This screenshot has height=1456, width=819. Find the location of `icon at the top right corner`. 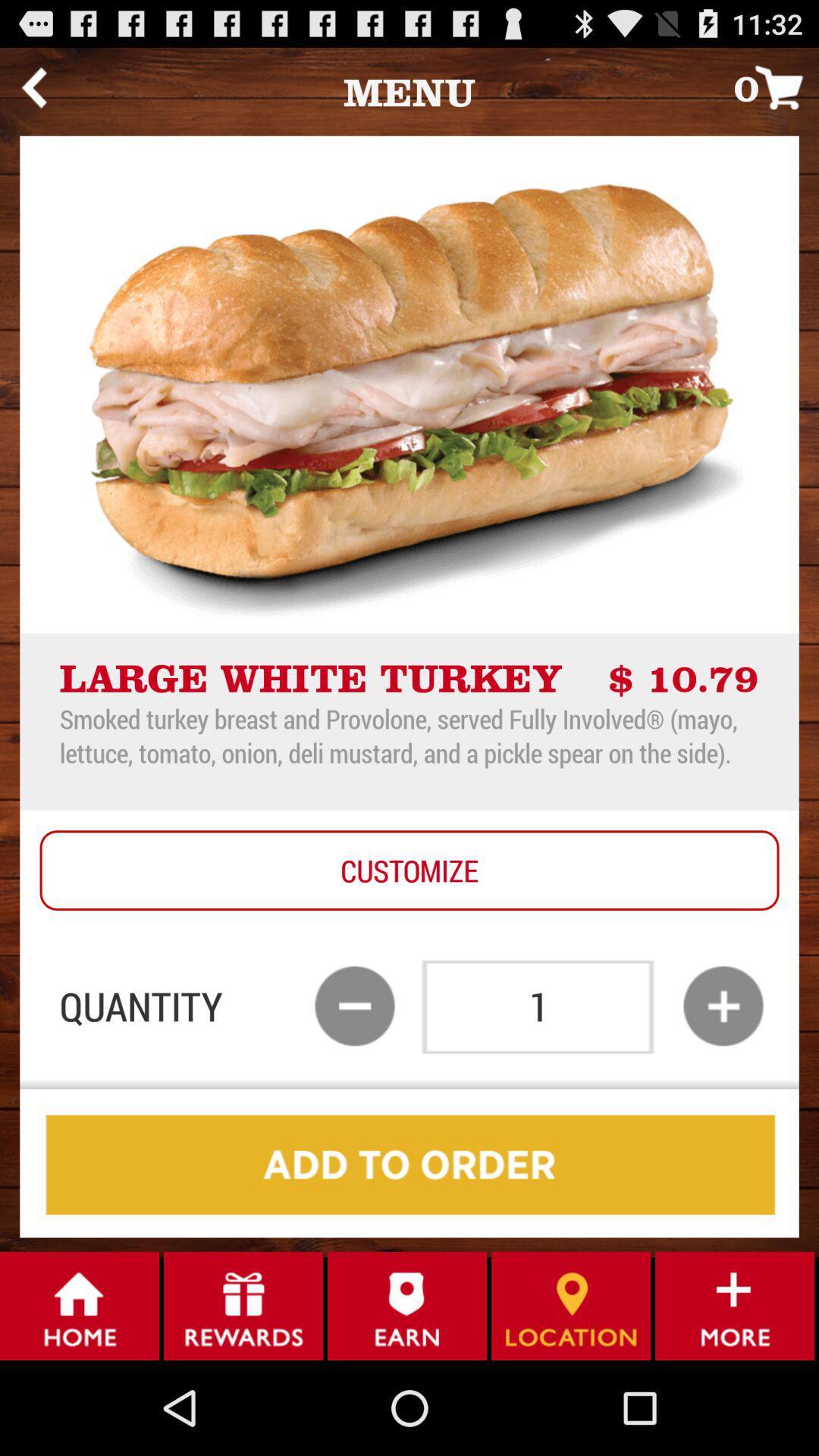

icon at the top right corner is located at coordinates (776, 86).